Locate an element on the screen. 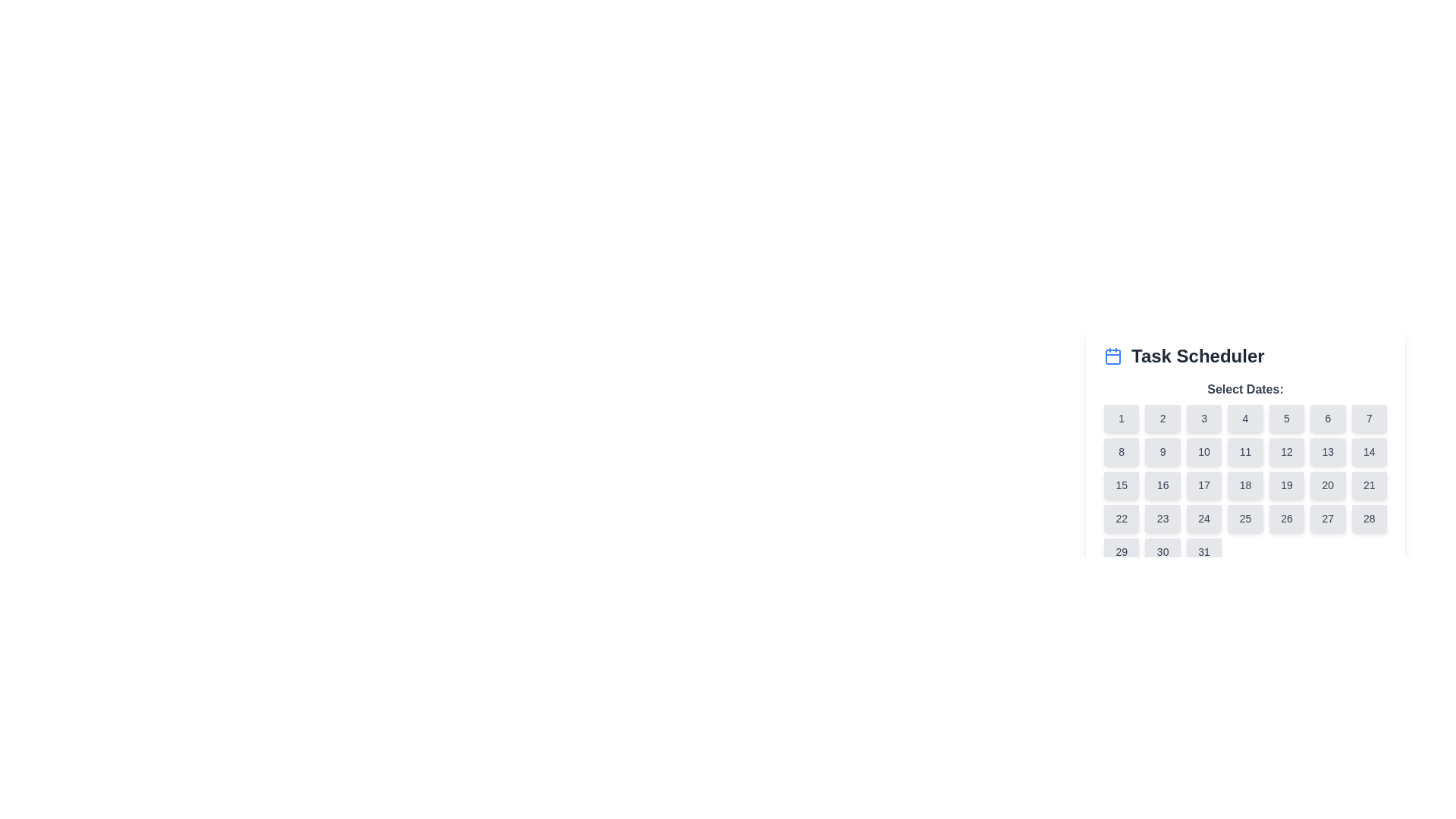  the button labeled '1' in the top-left corner of the grid is located at coordinates (1122, 418).